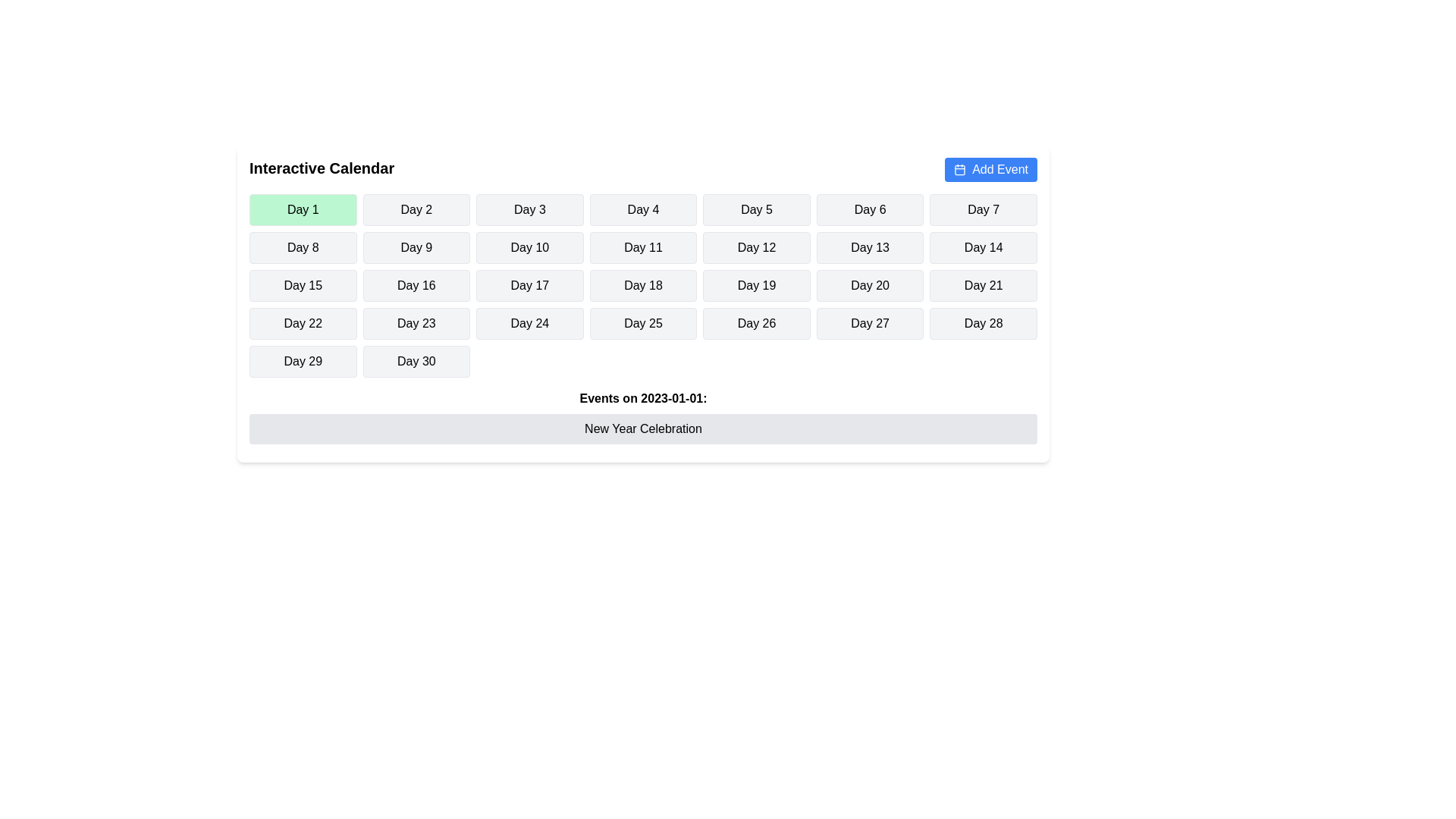  What do you see at coordinates (643, 247) in the screenshot?
I see `the interactive day button in the calendar interface located in the second row, fourth column of the grid layout` at bounding box center [643, 247].